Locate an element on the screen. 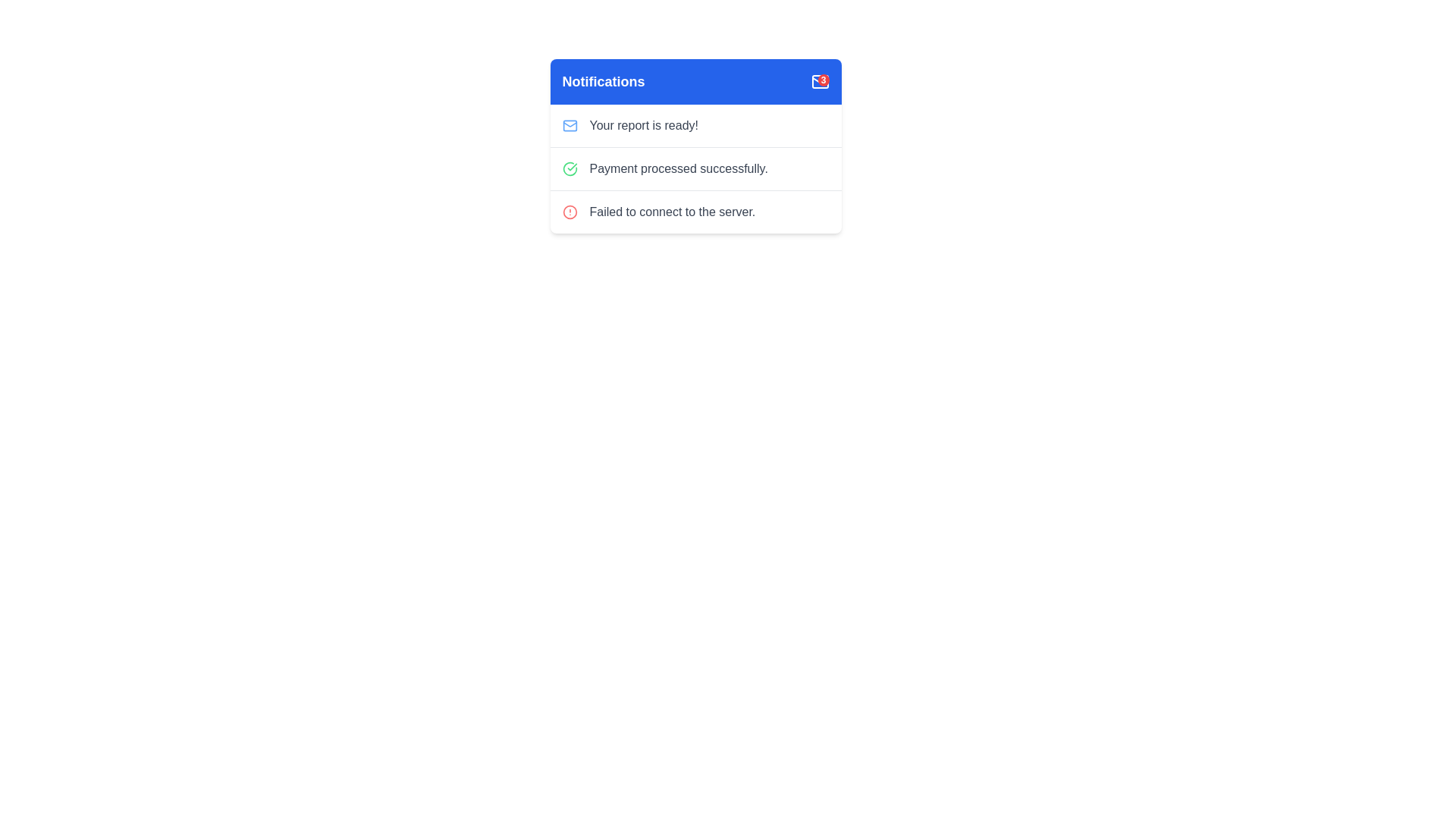  error message displayed in the text label that says 'Failed to connect to the server.' is located at coordinates (671, 212).